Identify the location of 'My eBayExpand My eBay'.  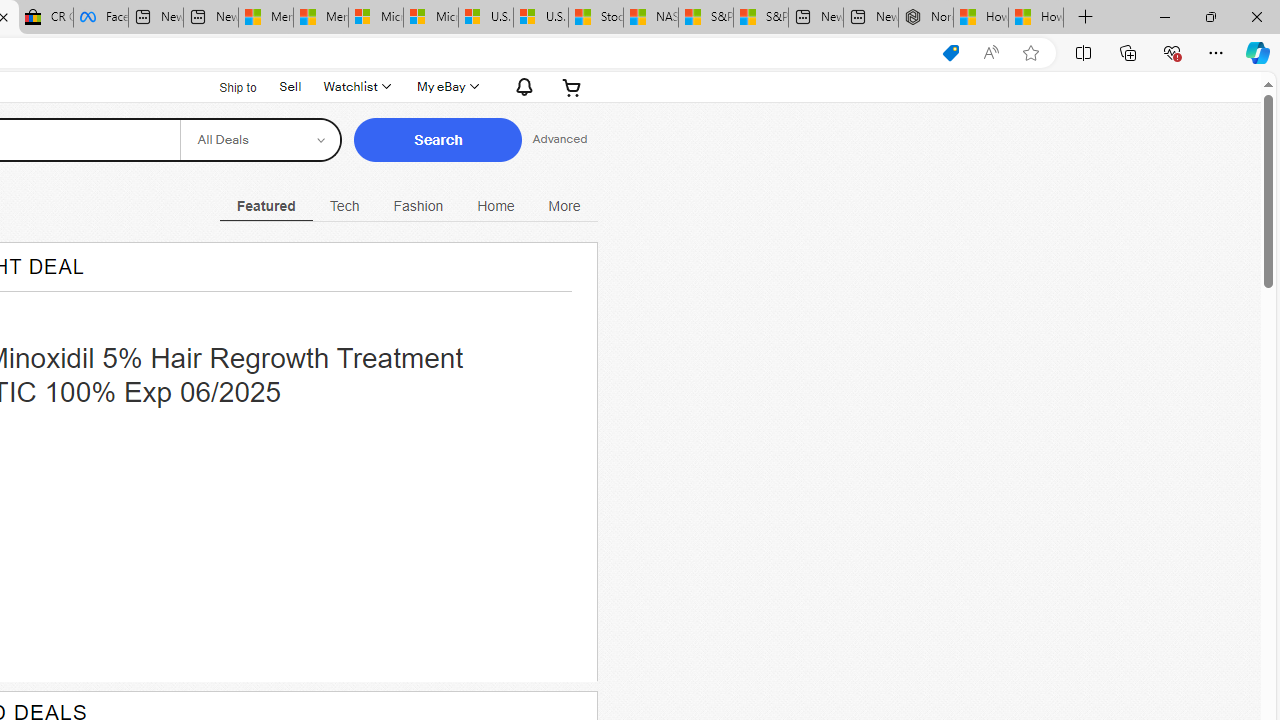
(445, 86).